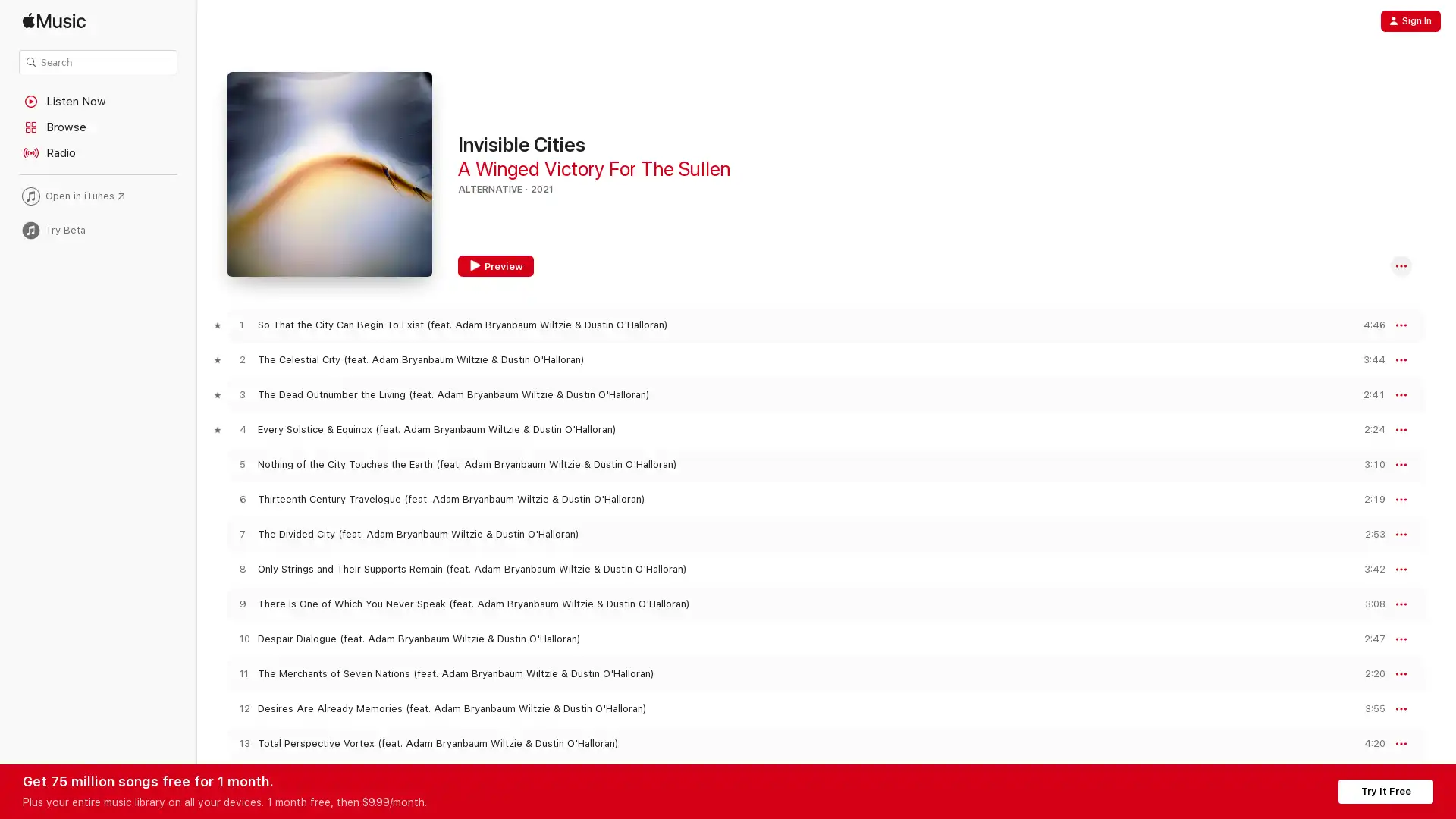  What do you see at coordinates (241, 359) in the screenshot?
I see `Play` at bounding box center [241, 359].